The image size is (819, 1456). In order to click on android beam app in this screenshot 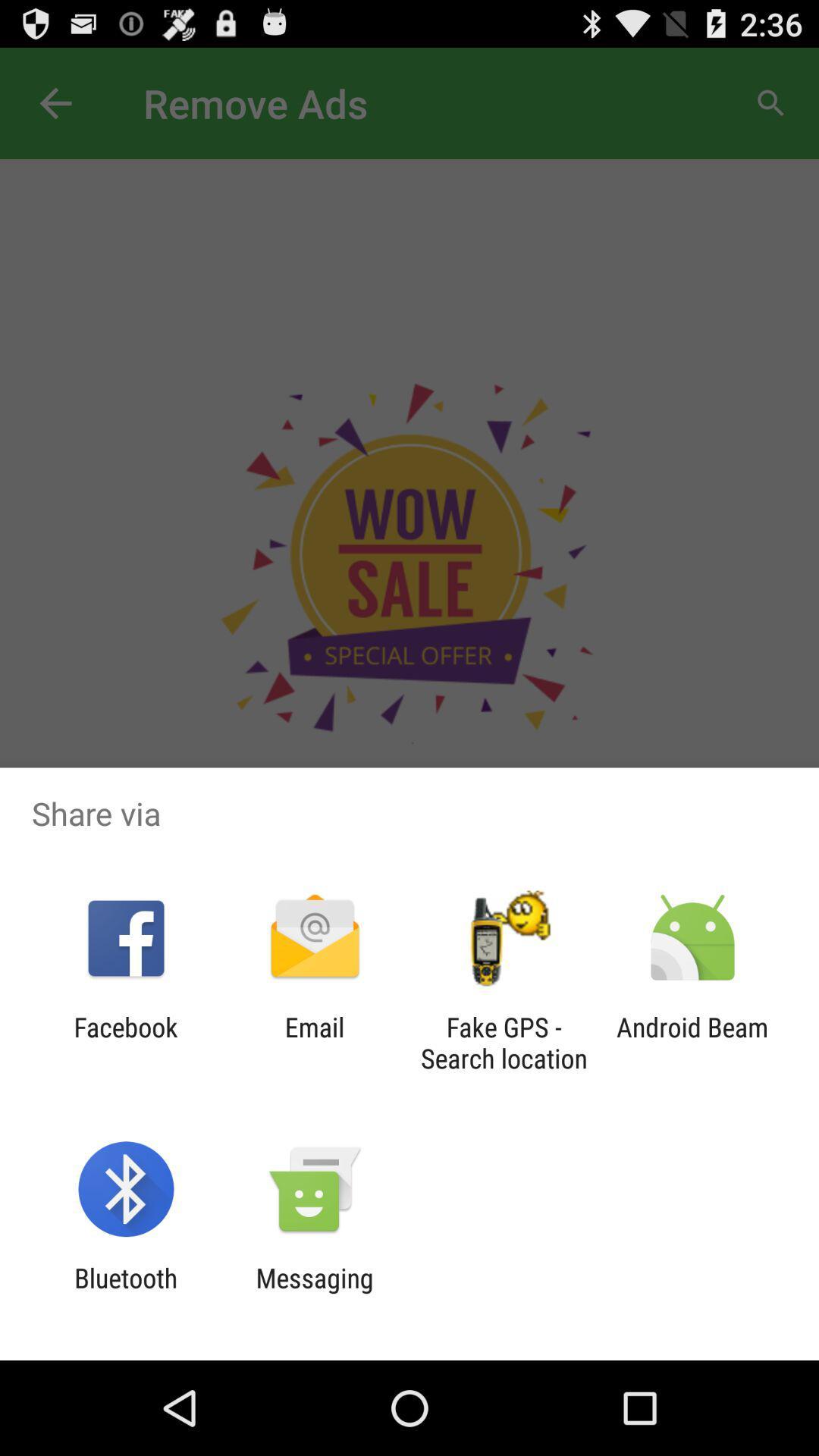, I will do `click(692, 1042)`.